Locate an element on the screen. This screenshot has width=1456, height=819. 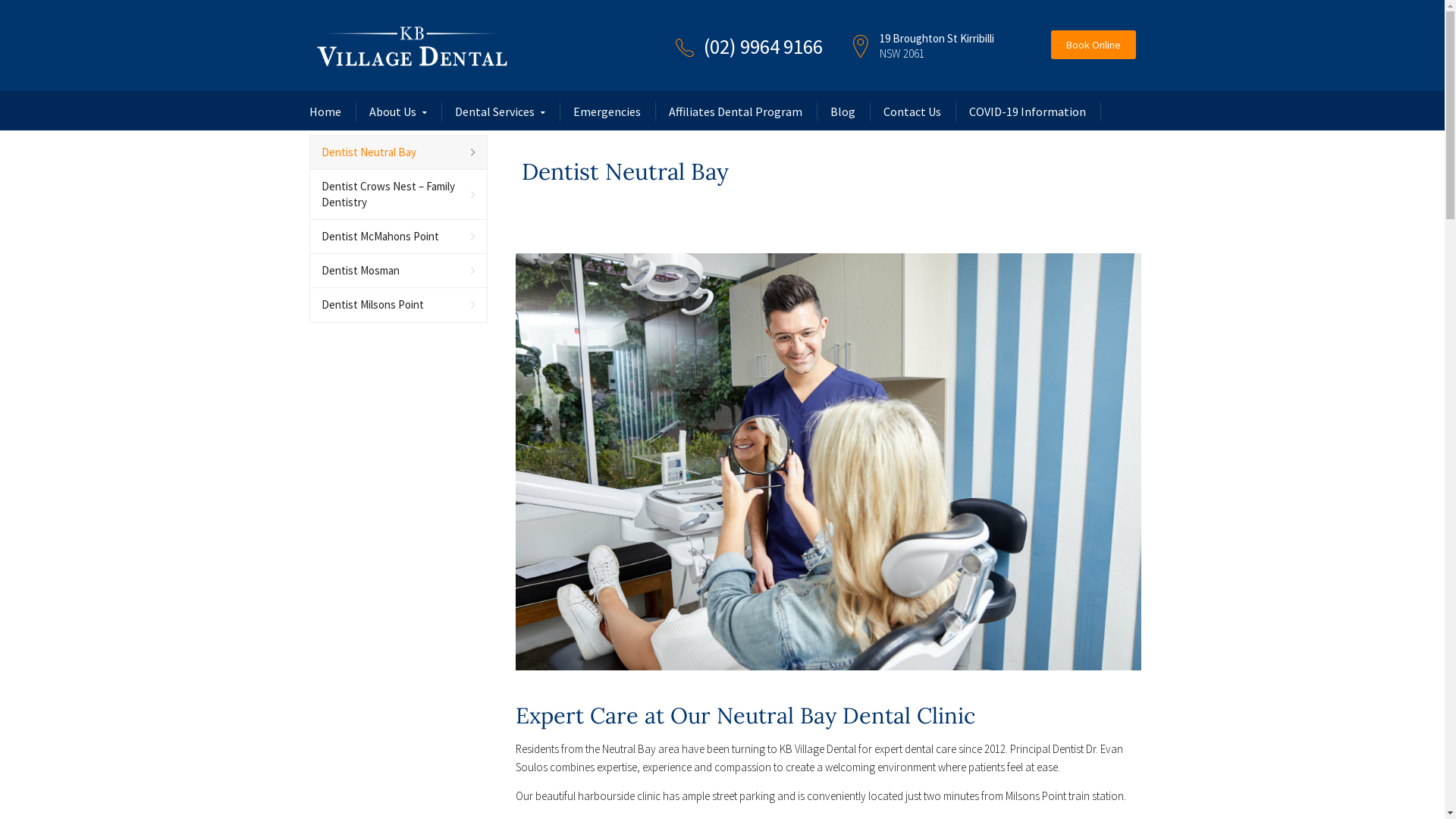
'About Us' is located at coordinates (368, 111).